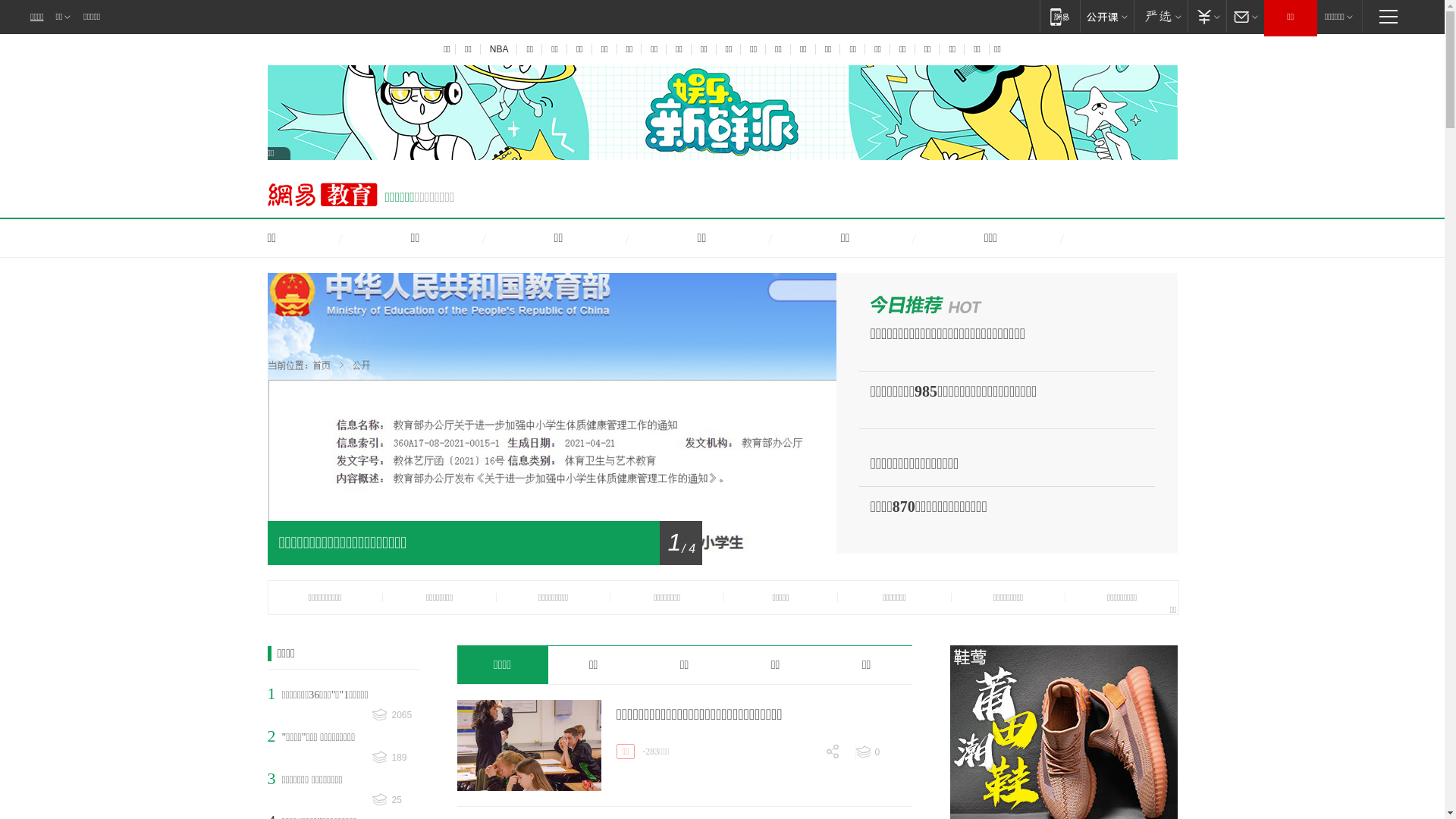  Describe the element at coordinates (395, 715) in the screenshot. I see `'2065'` at that location.